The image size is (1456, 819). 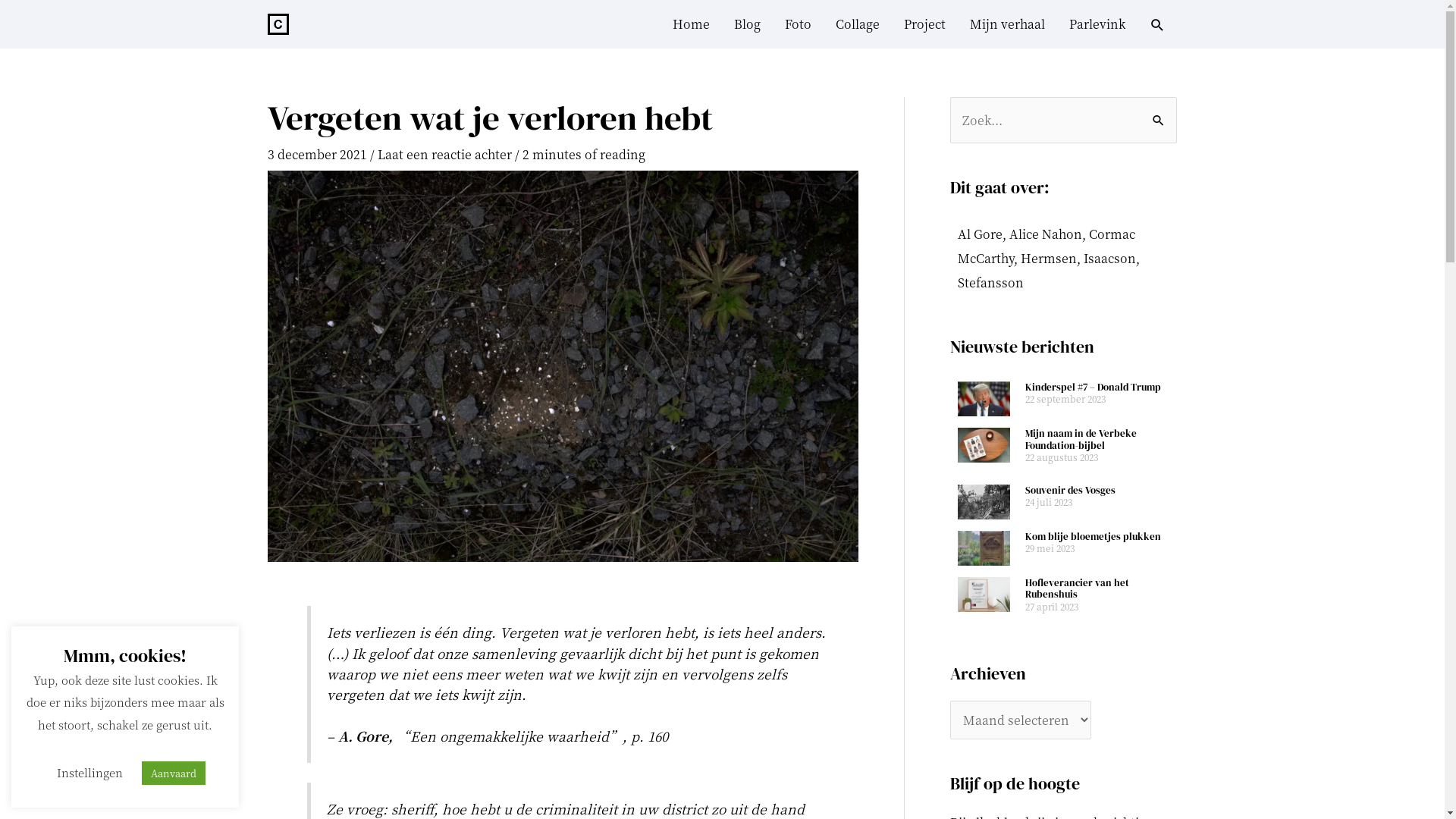 What do you see at coordinates (858, 24) in the screenshot?
I see `'Collage'` at bounding box center [858, 24].